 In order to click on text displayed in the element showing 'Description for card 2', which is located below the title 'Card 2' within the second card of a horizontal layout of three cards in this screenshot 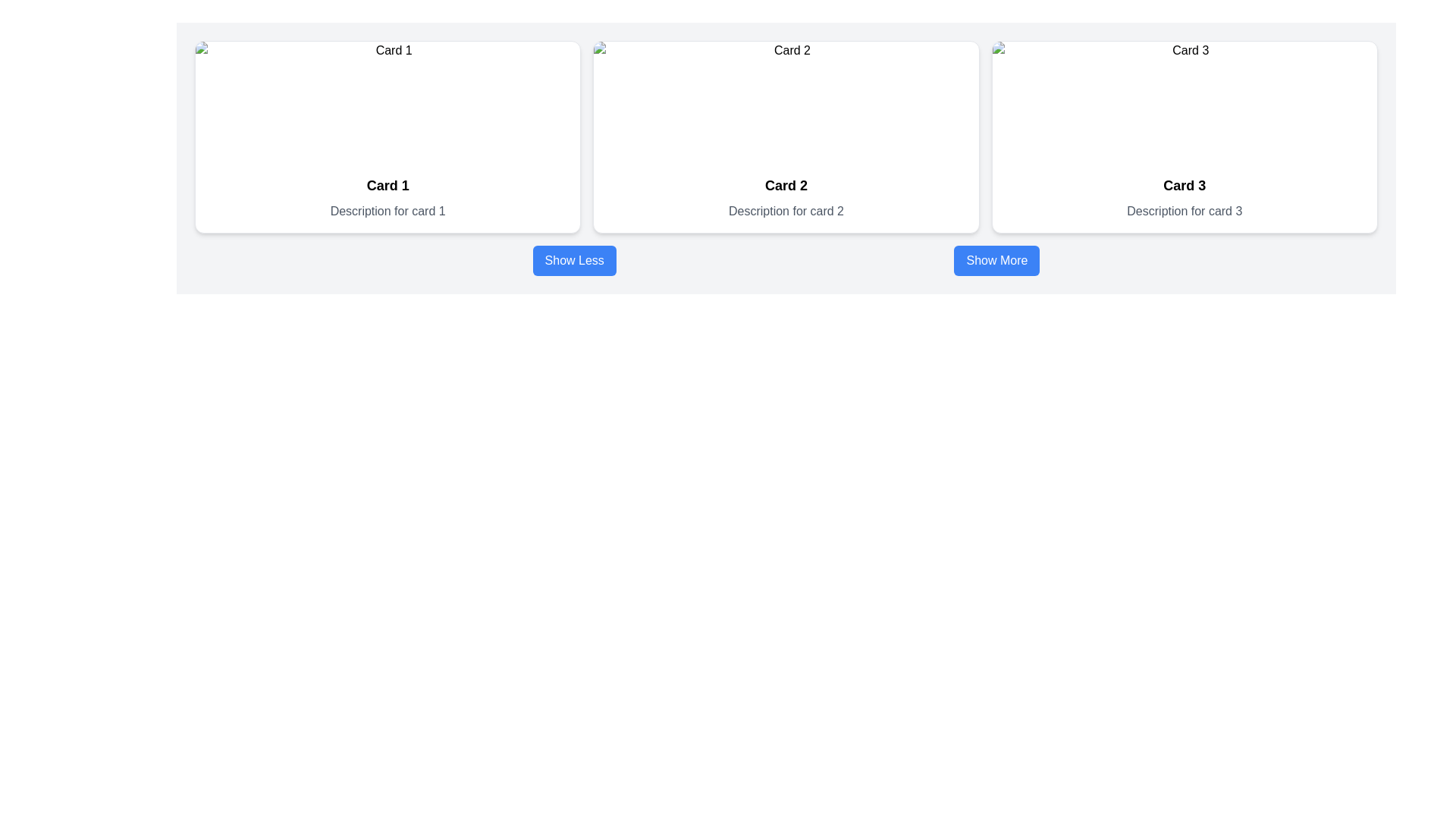, I will do `click(786, 211)`.